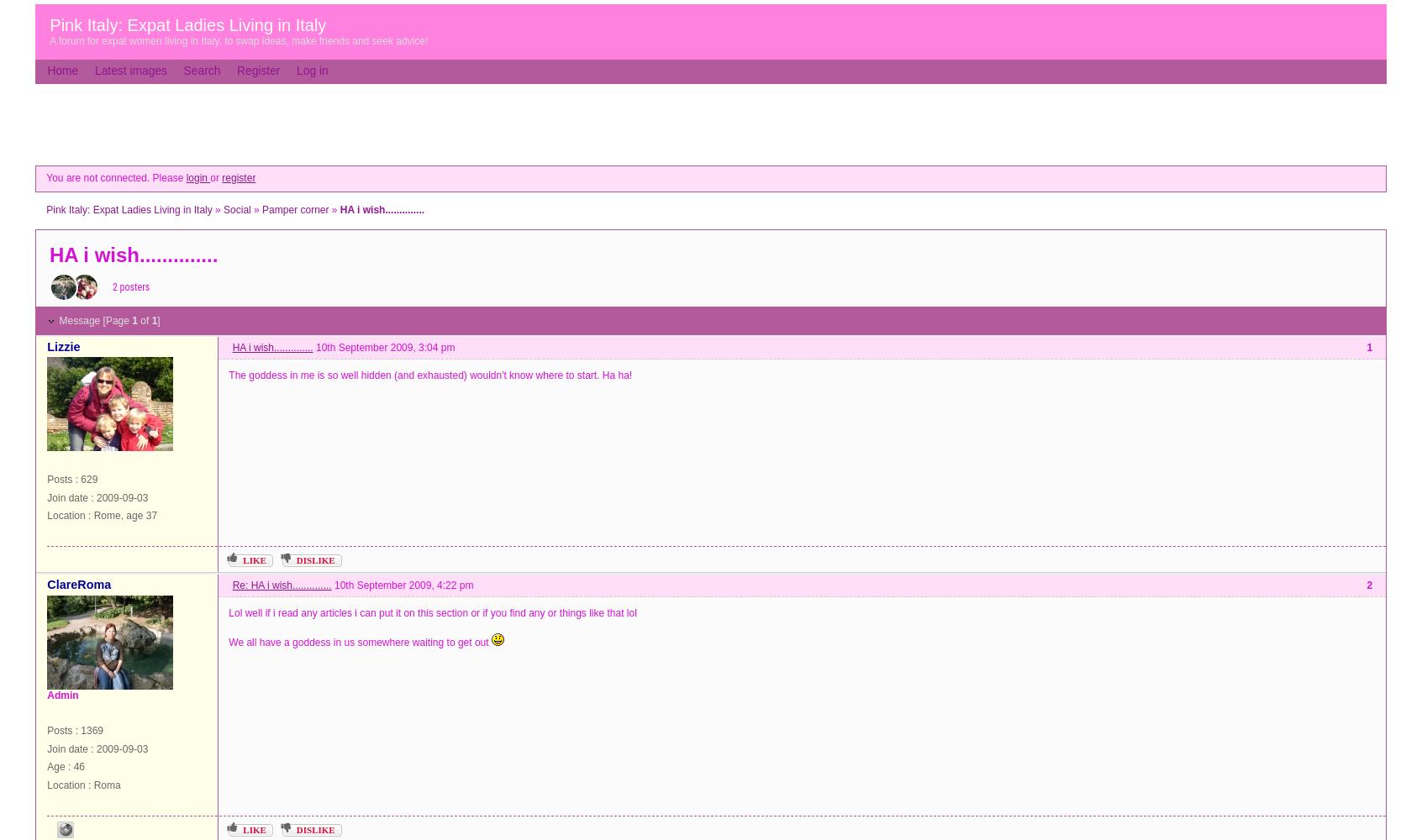 This screenshot has height=840, width=1422. I want to click on 'Age', so click(55, 767).